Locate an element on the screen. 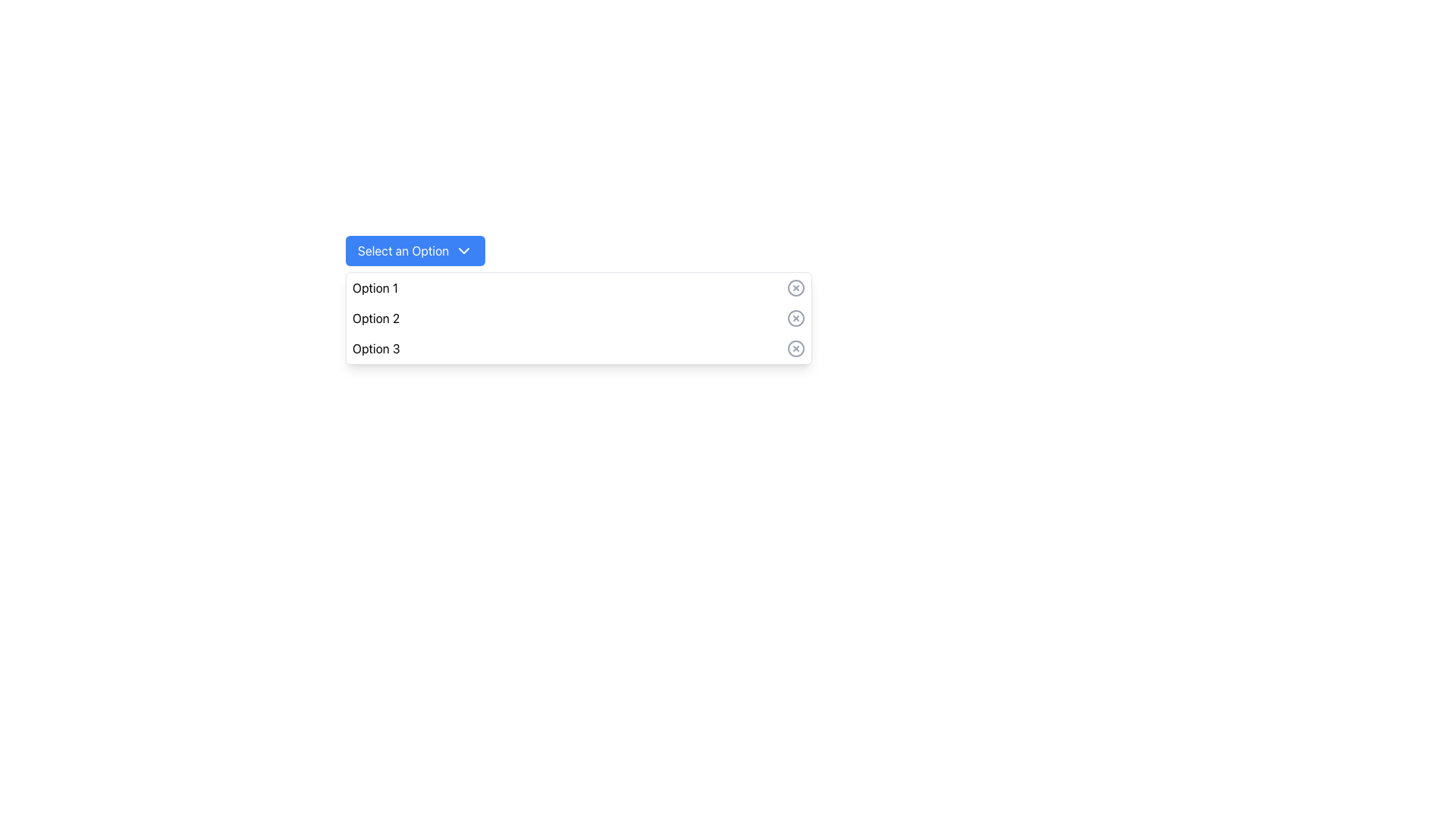  SVG Circle element that serves as a decorative or structural part of the 'X' icon for deleting dropdown options, located to the right of each option in the dropdown menu is located at coordinates (795, 318).